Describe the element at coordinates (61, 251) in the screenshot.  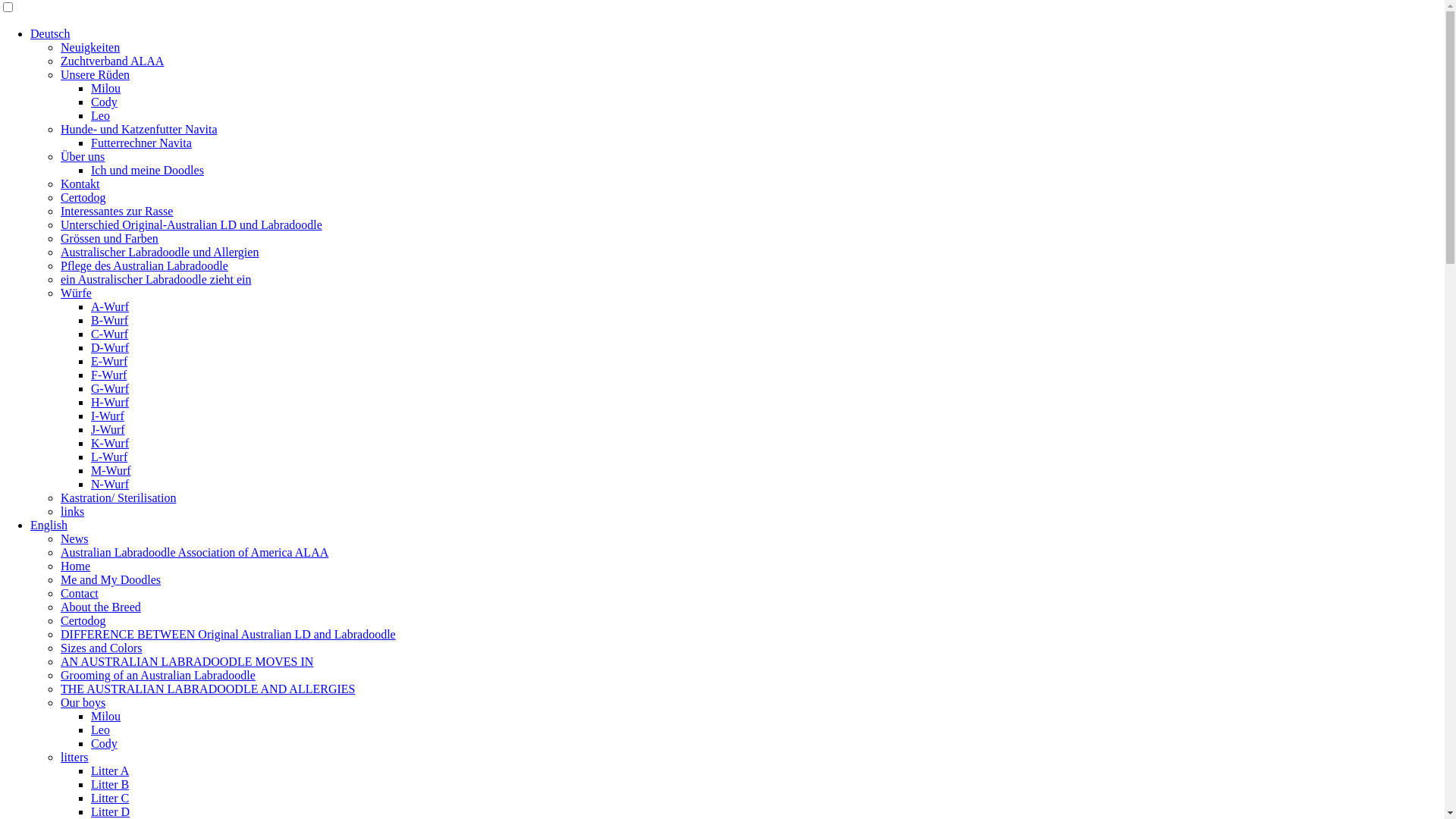
I see `'Australischer Labradoodle und Allergien'` at that location.